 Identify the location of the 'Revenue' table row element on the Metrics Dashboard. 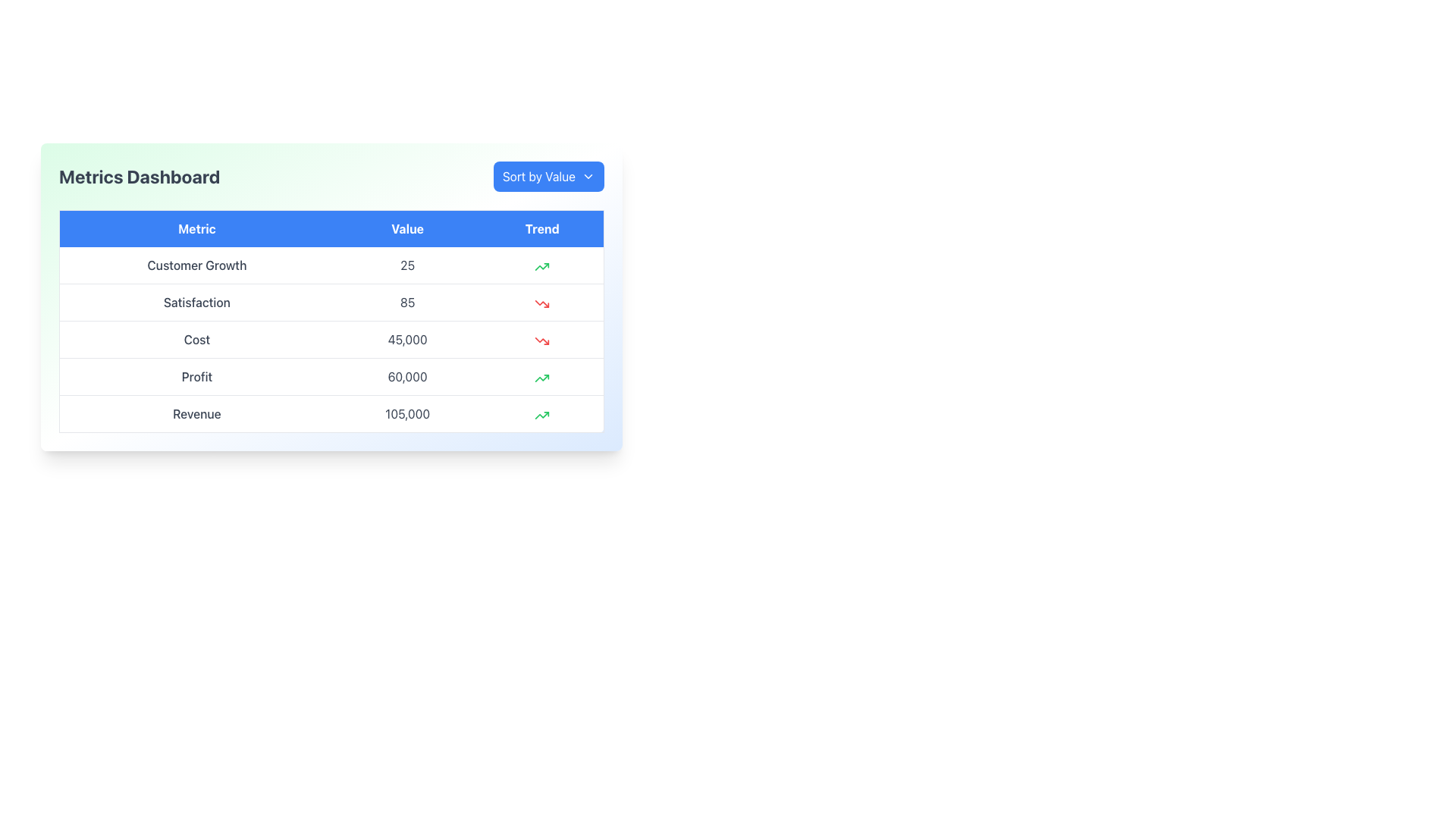
(331, 414).